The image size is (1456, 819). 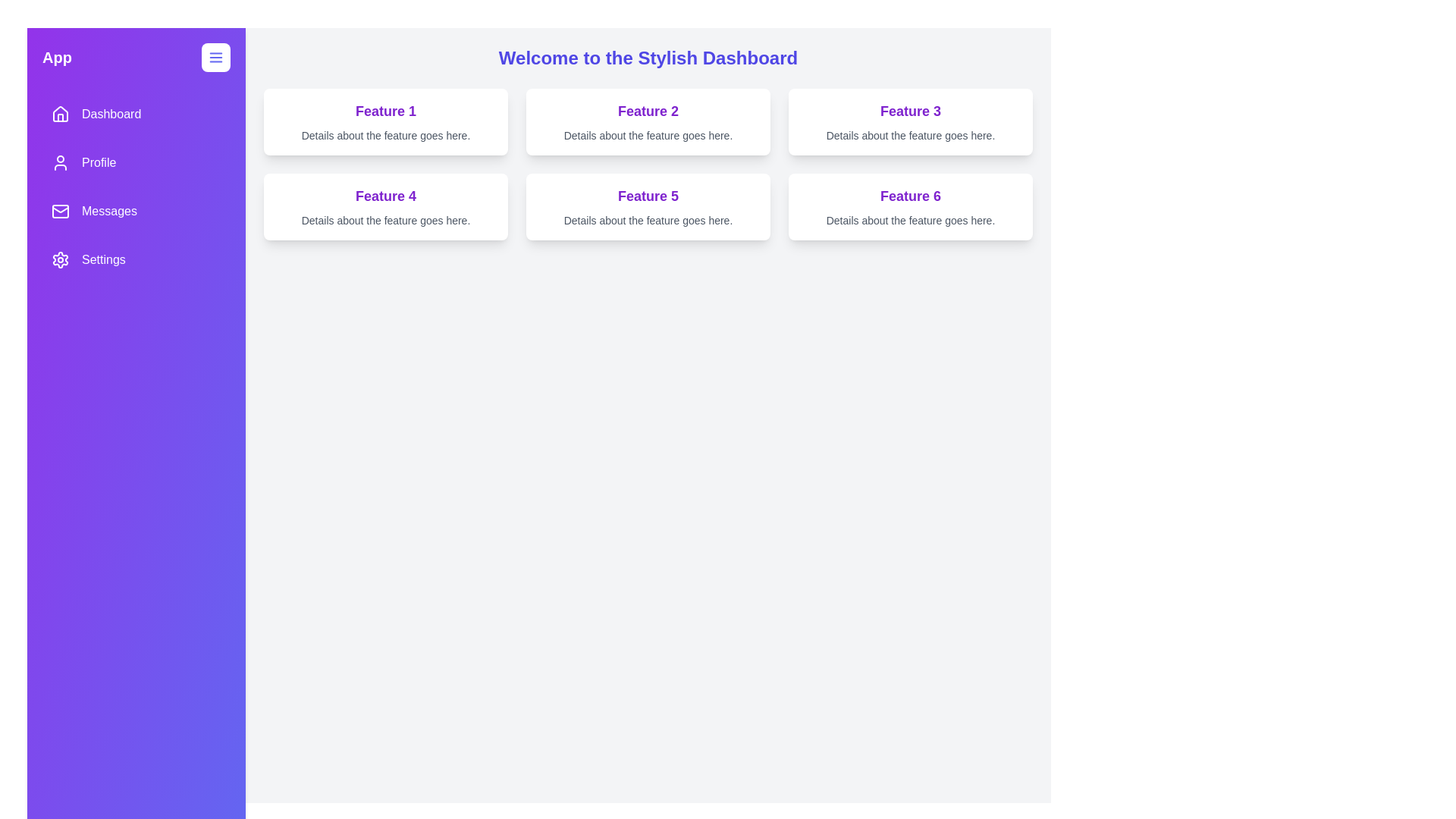 What do you see at coordinates (648, 134) in the screenshot?
I see `text block providing a brief description of 'Feature 2', which is located directly below the label 'Feature 2' in the second column of a three-column grid layout` at bounding box center [648, 134].